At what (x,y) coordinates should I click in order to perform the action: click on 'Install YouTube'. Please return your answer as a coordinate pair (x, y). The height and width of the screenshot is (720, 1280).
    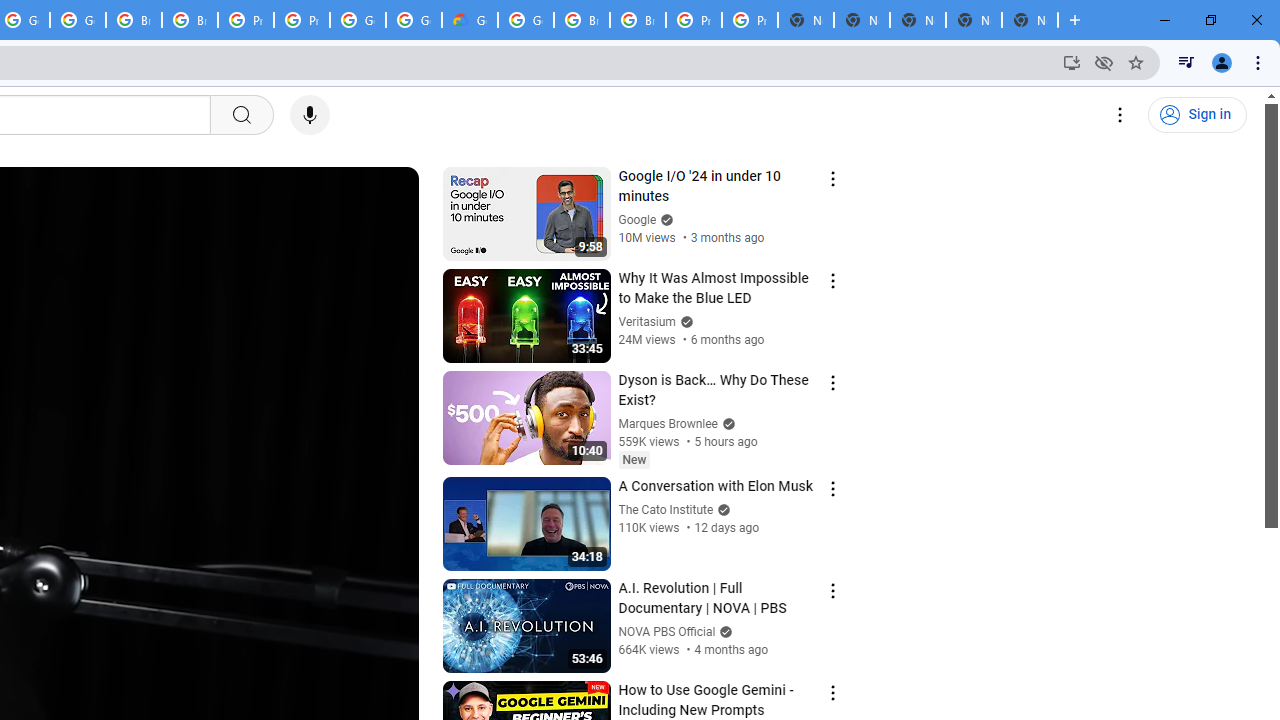
    Looking at the image, I should click on (1071, 61).